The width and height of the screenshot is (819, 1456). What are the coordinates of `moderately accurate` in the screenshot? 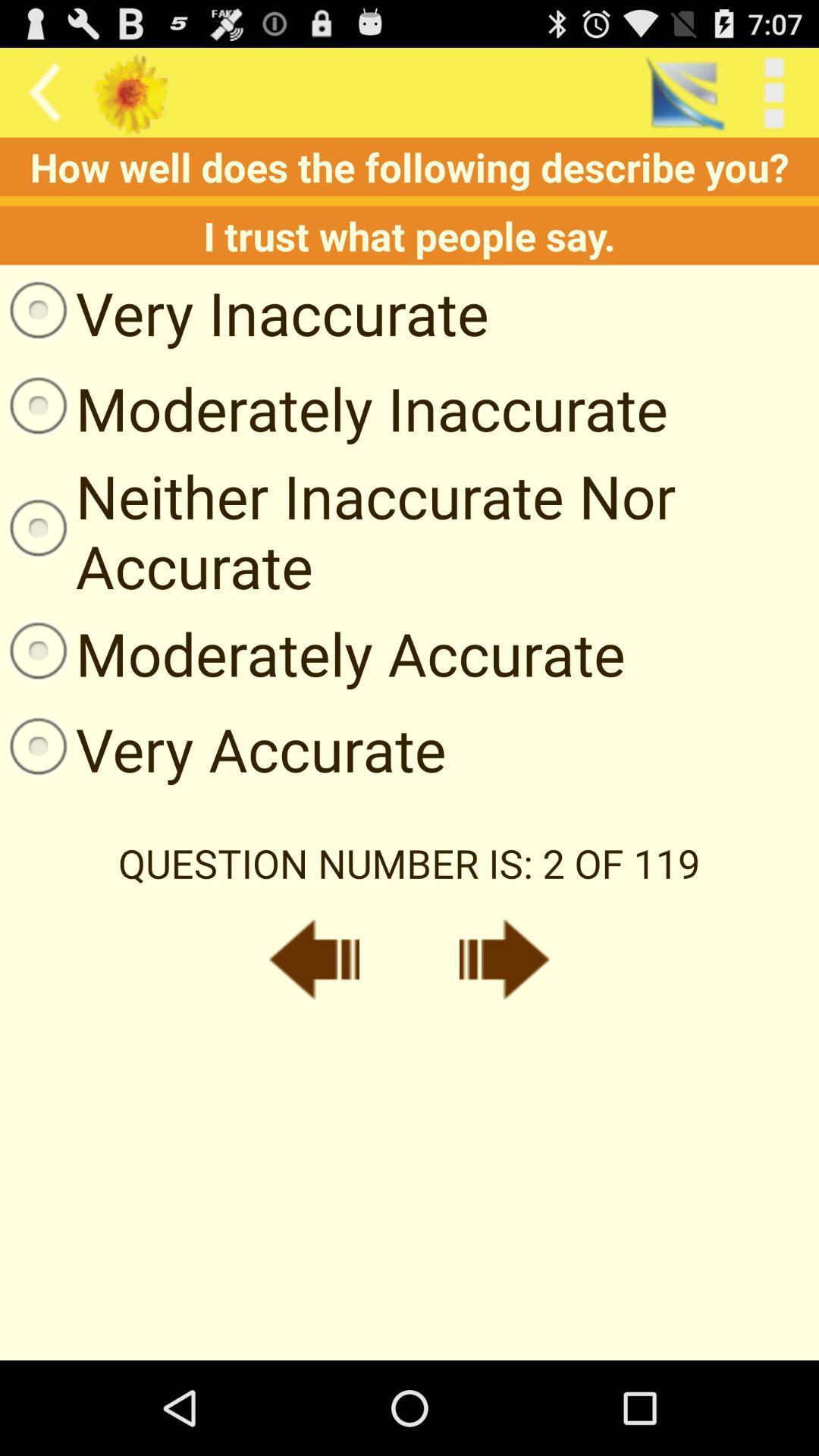 It's located at (312, 653).